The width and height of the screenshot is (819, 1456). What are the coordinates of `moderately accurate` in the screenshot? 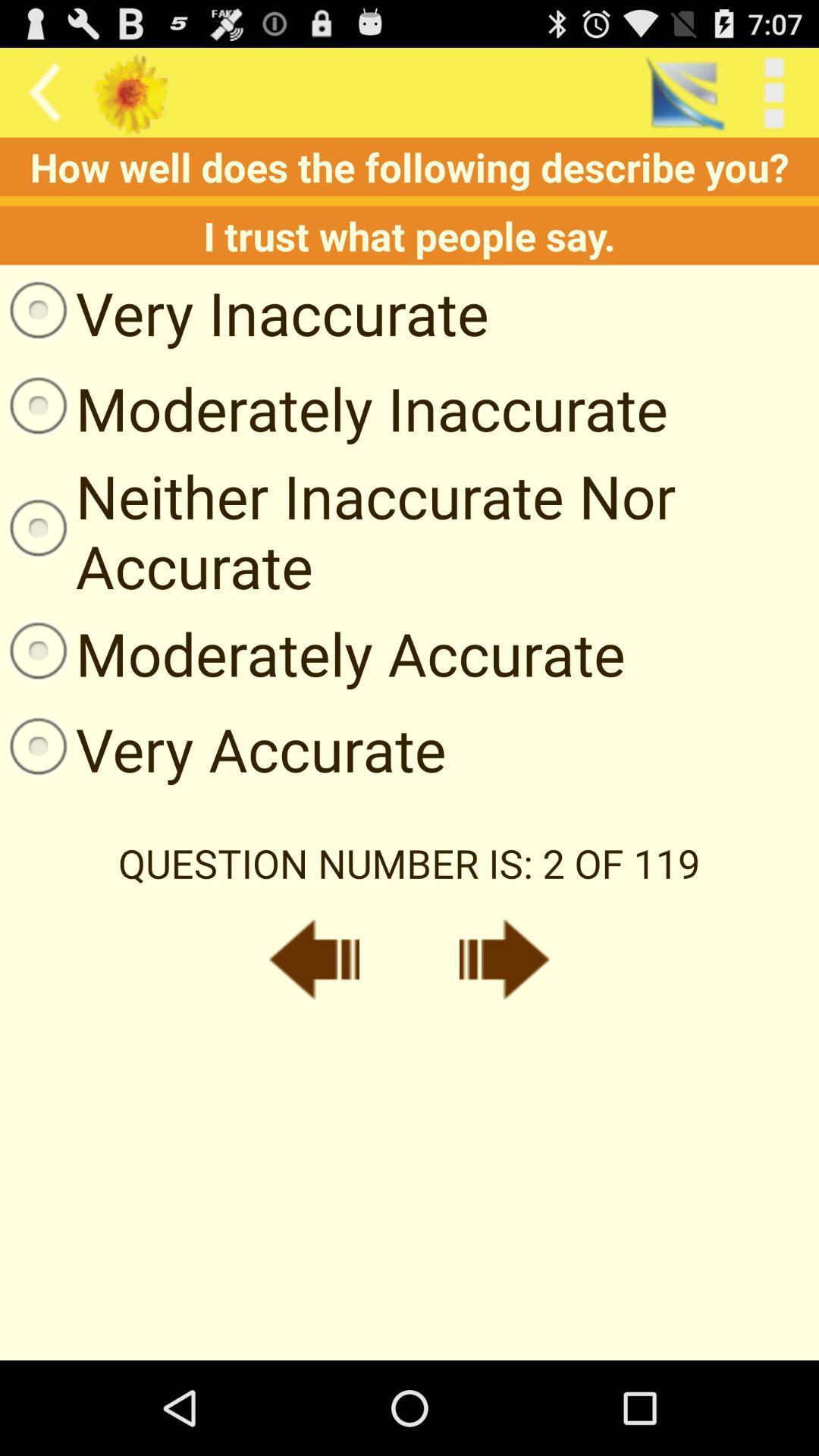 It's located at (312, 653).